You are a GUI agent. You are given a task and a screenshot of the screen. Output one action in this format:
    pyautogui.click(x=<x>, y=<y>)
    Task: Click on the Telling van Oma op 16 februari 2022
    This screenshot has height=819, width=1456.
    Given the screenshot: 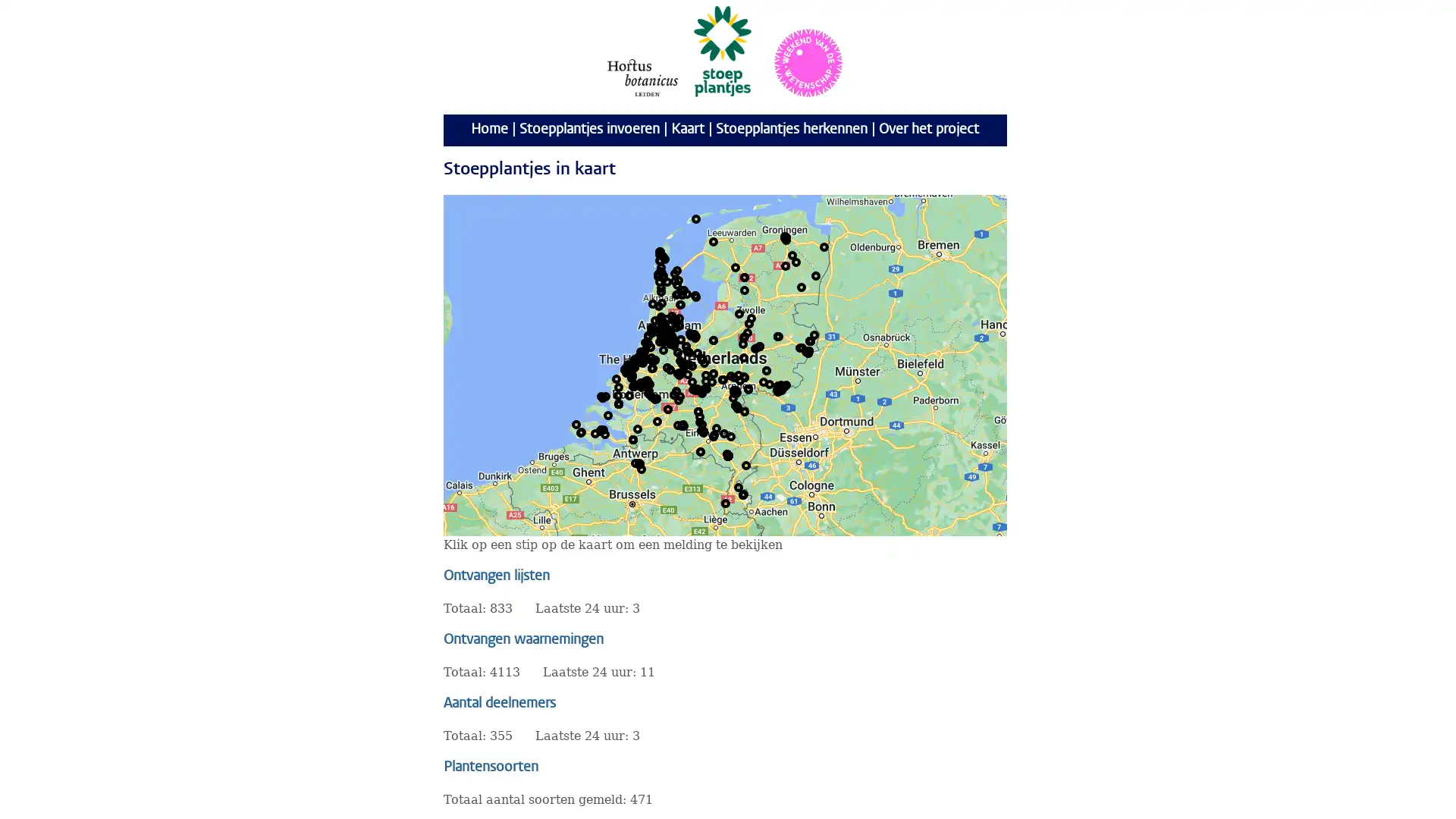 What is the action you would take?
    pyautogui.click(x=757, y=347)
    